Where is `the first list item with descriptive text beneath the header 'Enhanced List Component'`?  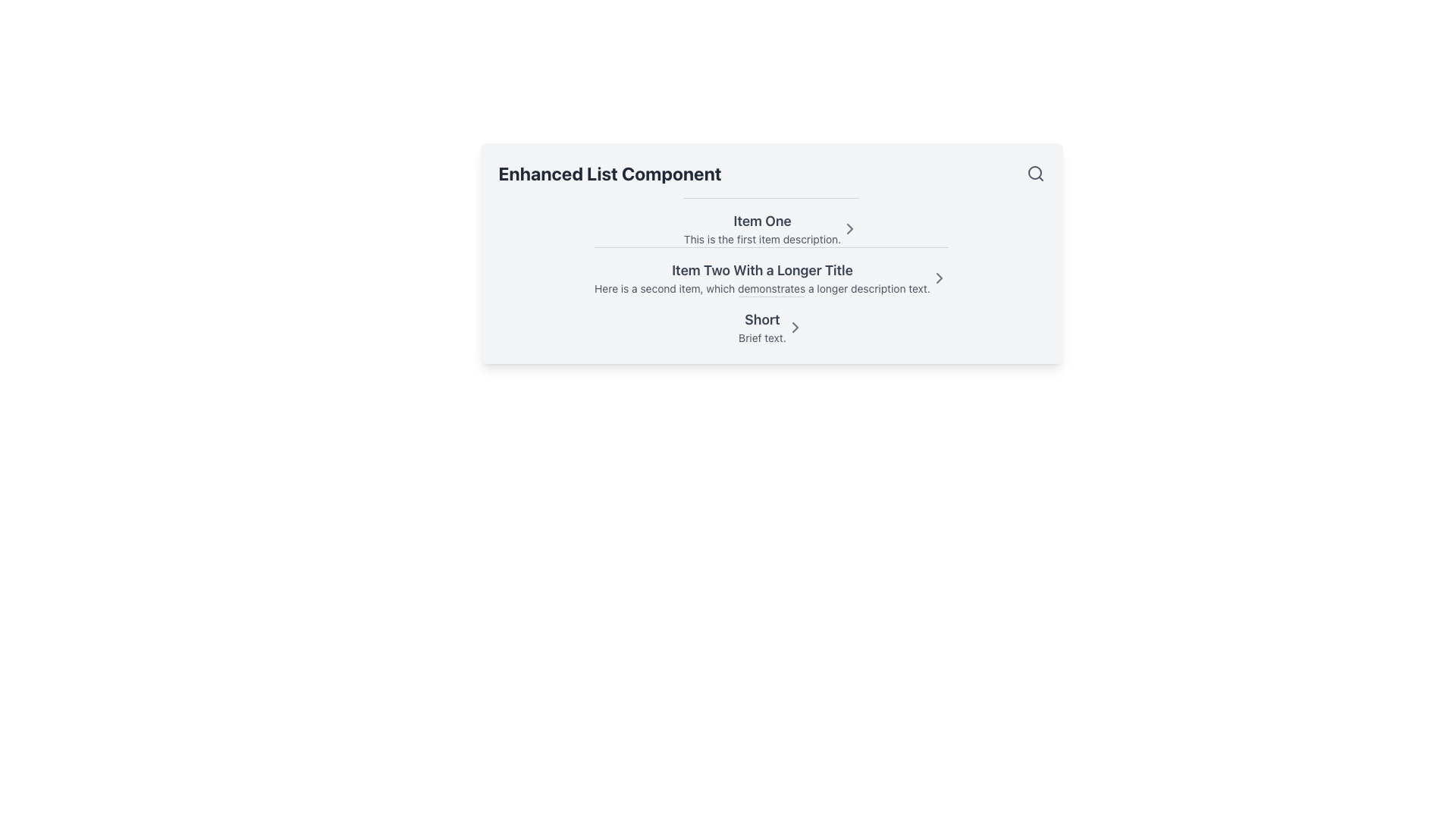 the first list item with descriptive text beneath the header 'Enhanced List Component' is located at coordinates (771, 228).